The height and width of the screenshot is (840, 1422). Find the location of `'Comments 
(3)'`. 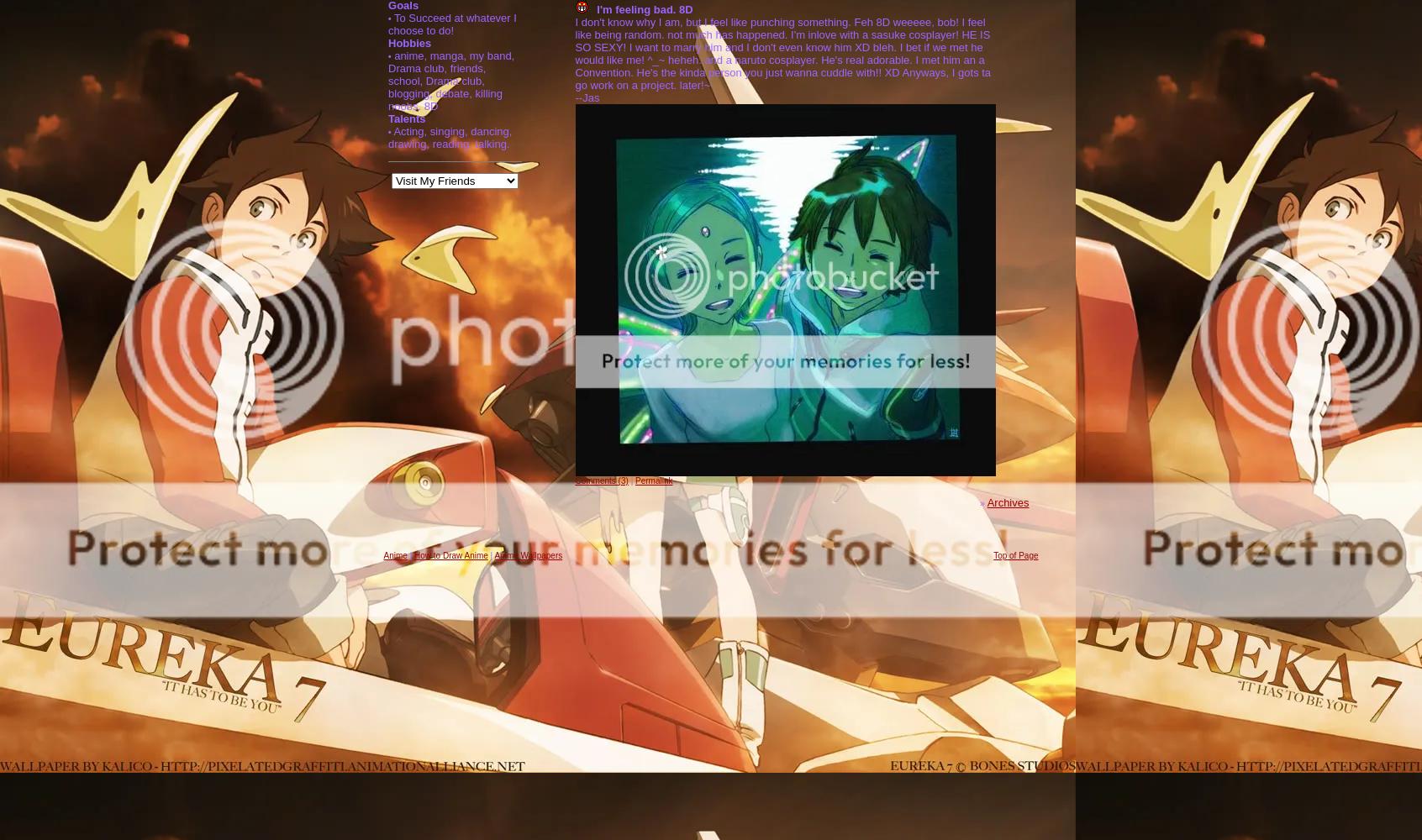

'Comments 
(3)' is located at coordinates (600, 480).